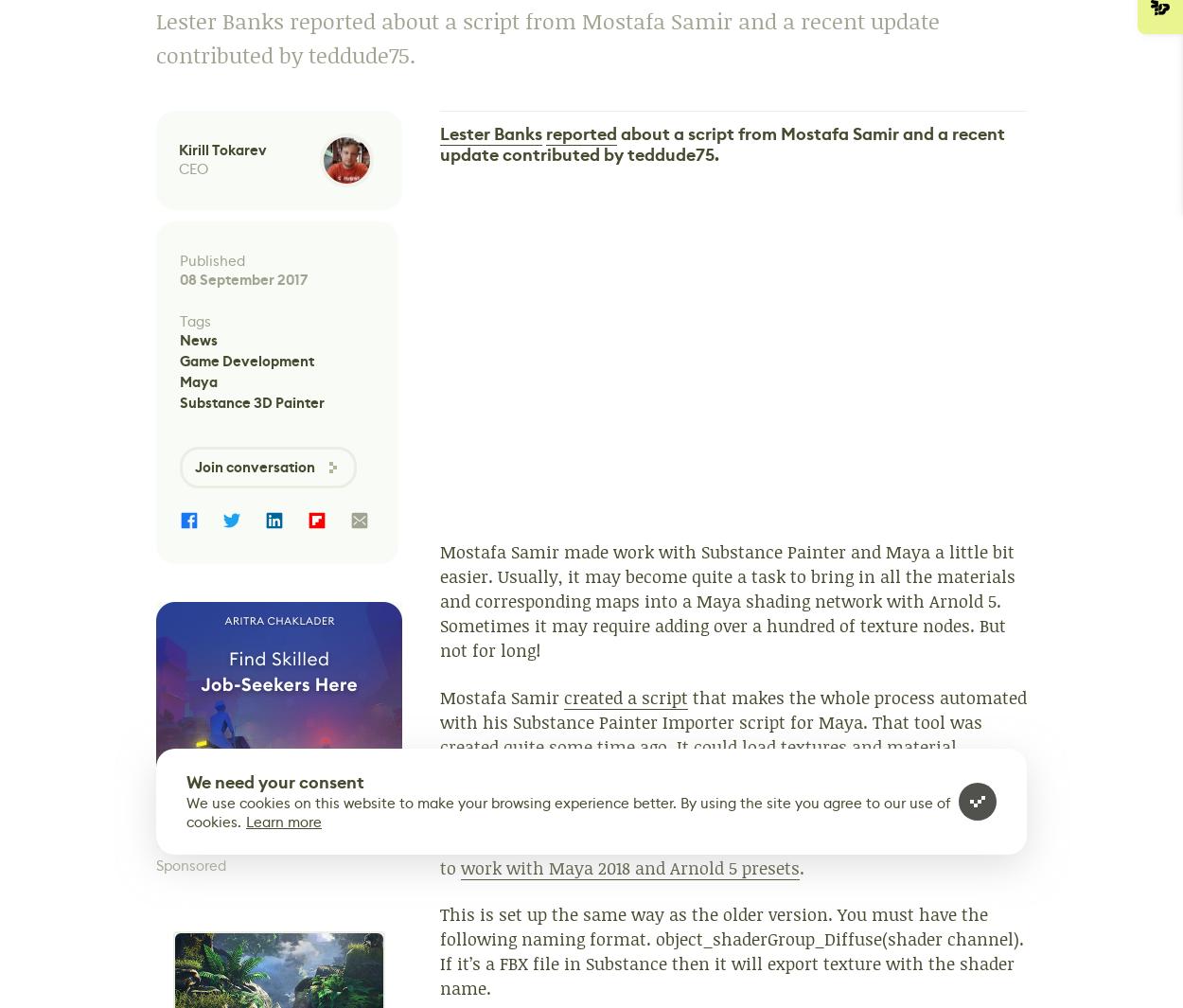 The height and width of the screenshot is (1008, 1183). What do you see at coordinates (246, 822) in the screenshot?
I see `'Learn more'` at bounding box center [246, 822].